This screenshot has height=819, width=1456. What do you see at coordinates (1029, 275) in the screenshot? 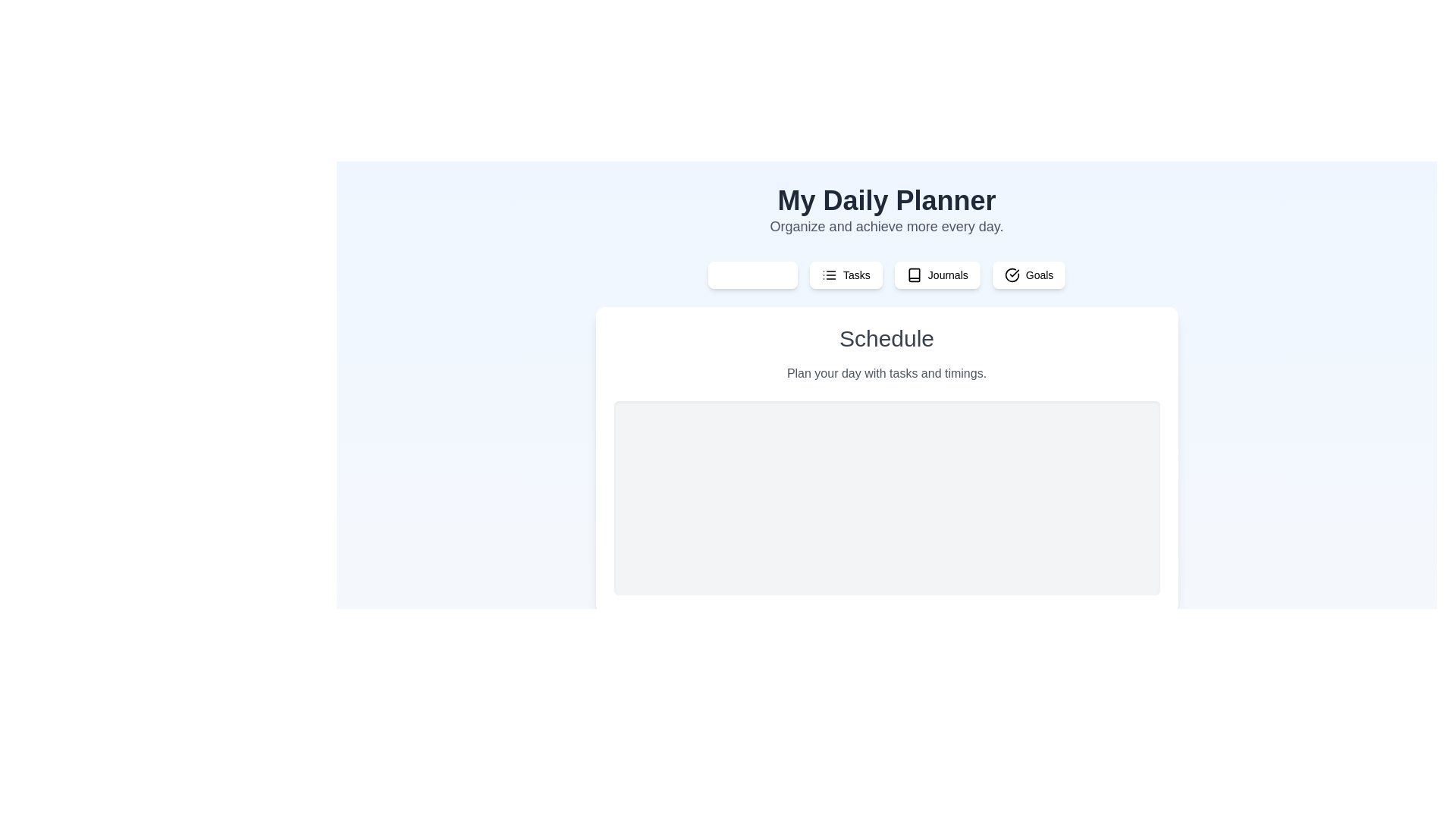
I see `the tab labeled Goals` at bounding box center [1029, 275].